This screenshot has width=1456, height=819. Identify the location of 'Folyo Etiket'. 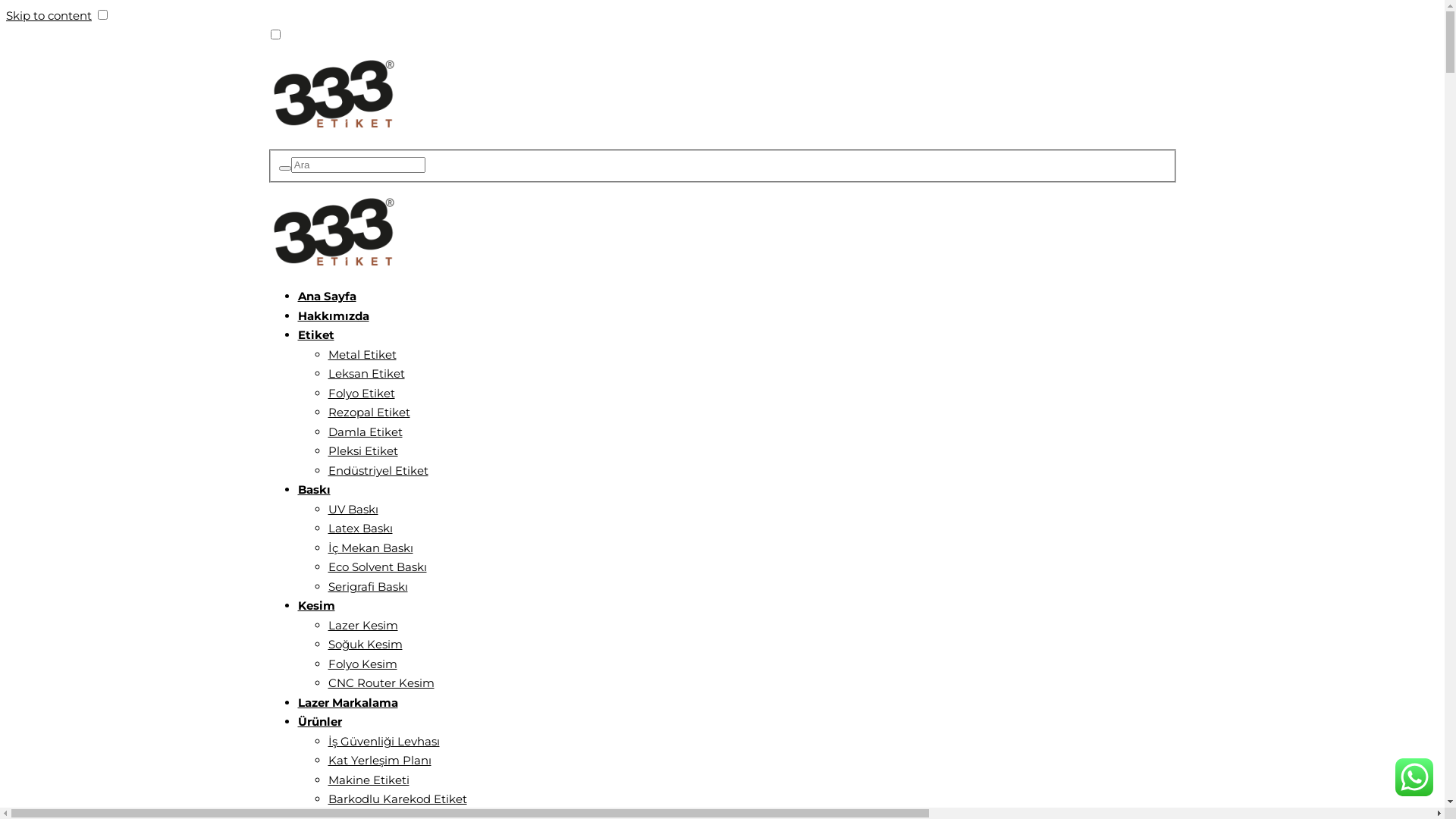
(359, 392).